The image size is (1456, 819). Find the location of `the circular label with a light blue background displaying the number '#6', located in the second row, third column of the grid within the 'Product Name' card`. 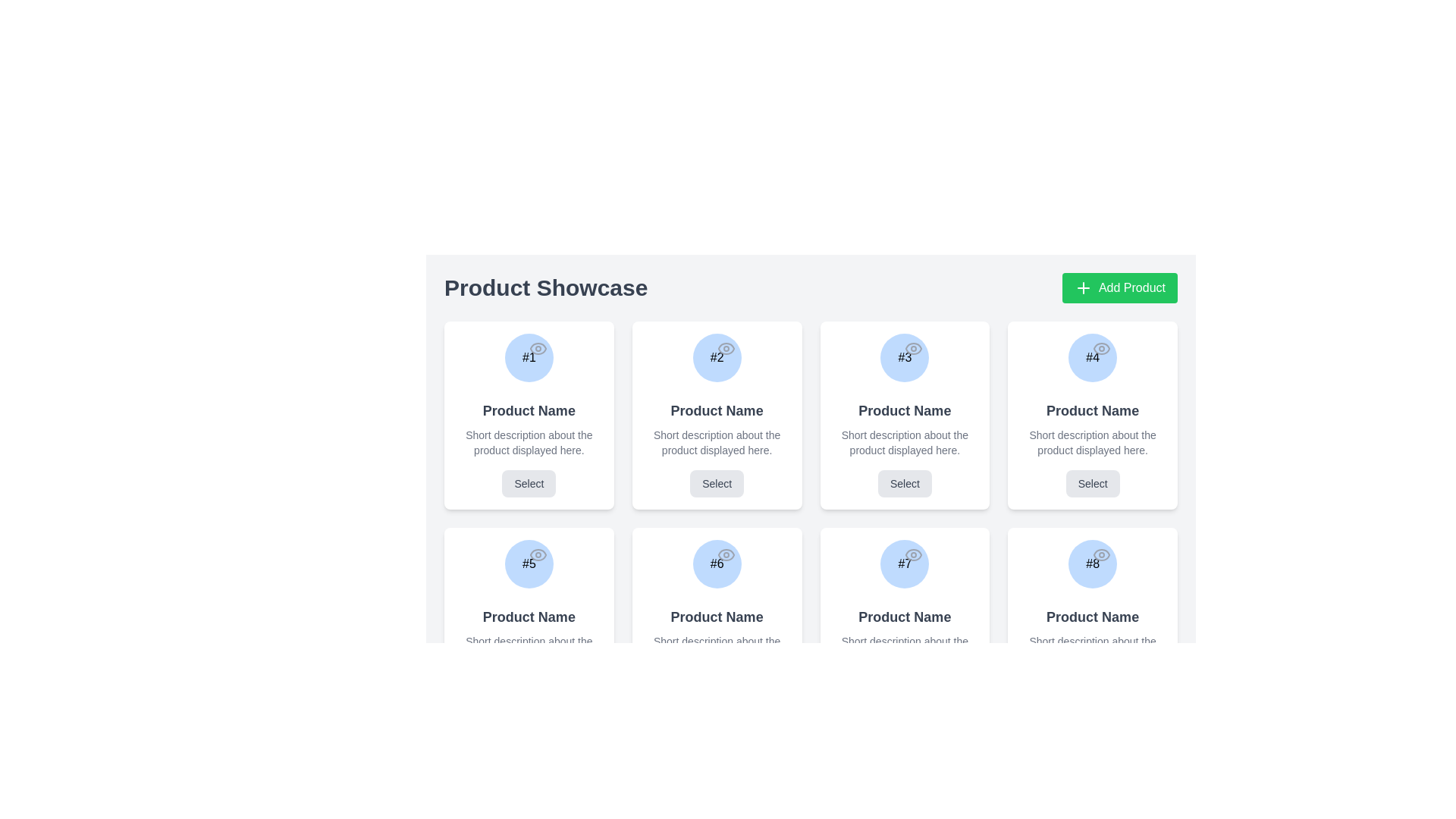

the circular label with a light blue background displaying the number '#6', located in the second row, third column of the grid within the 'Product Name' card is located at coordinates (716, 564).